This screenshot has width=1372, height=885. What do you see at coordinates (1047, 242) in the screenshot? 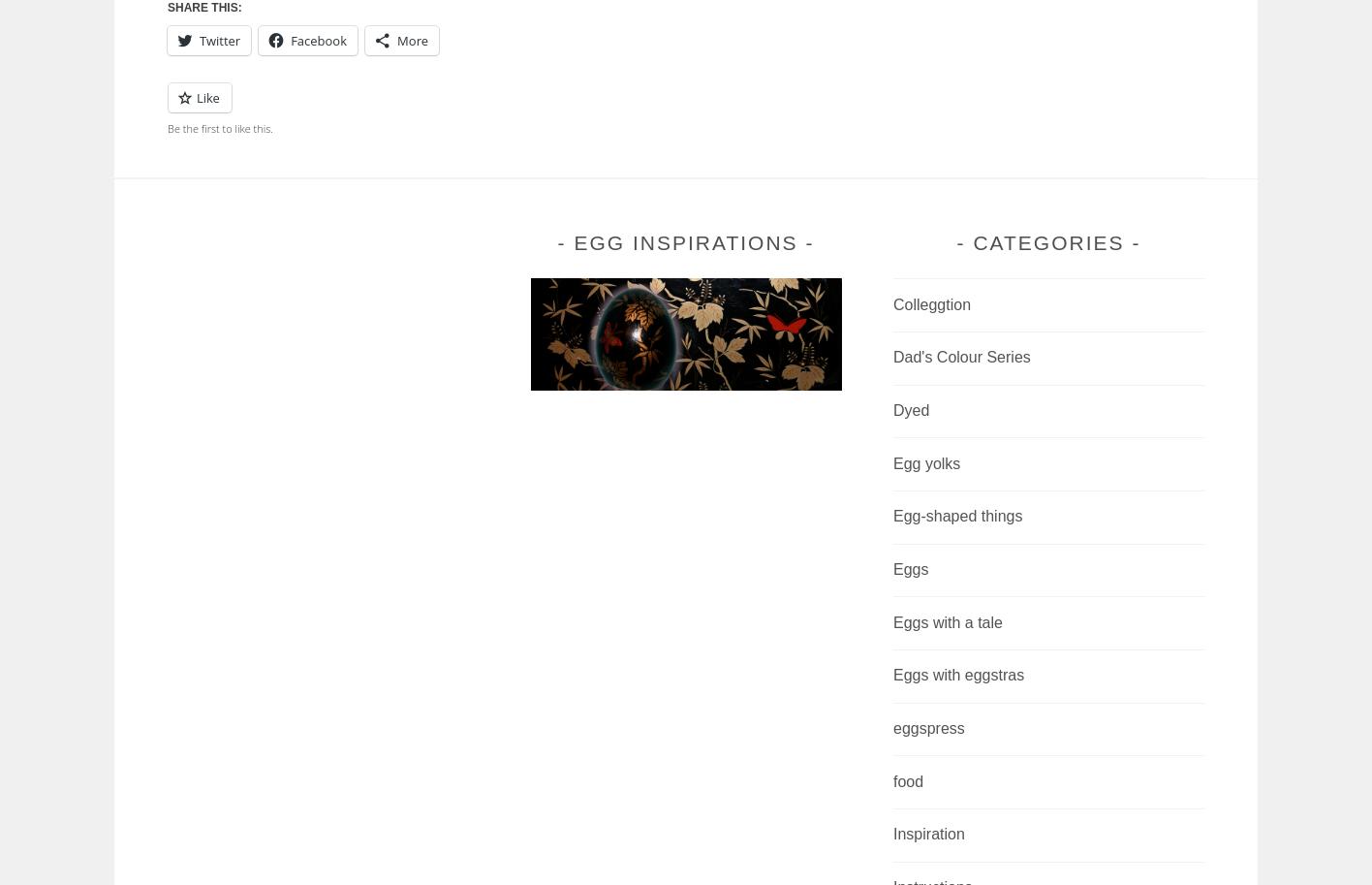
I see `'Categories'` at bounding box center [1047, 242].